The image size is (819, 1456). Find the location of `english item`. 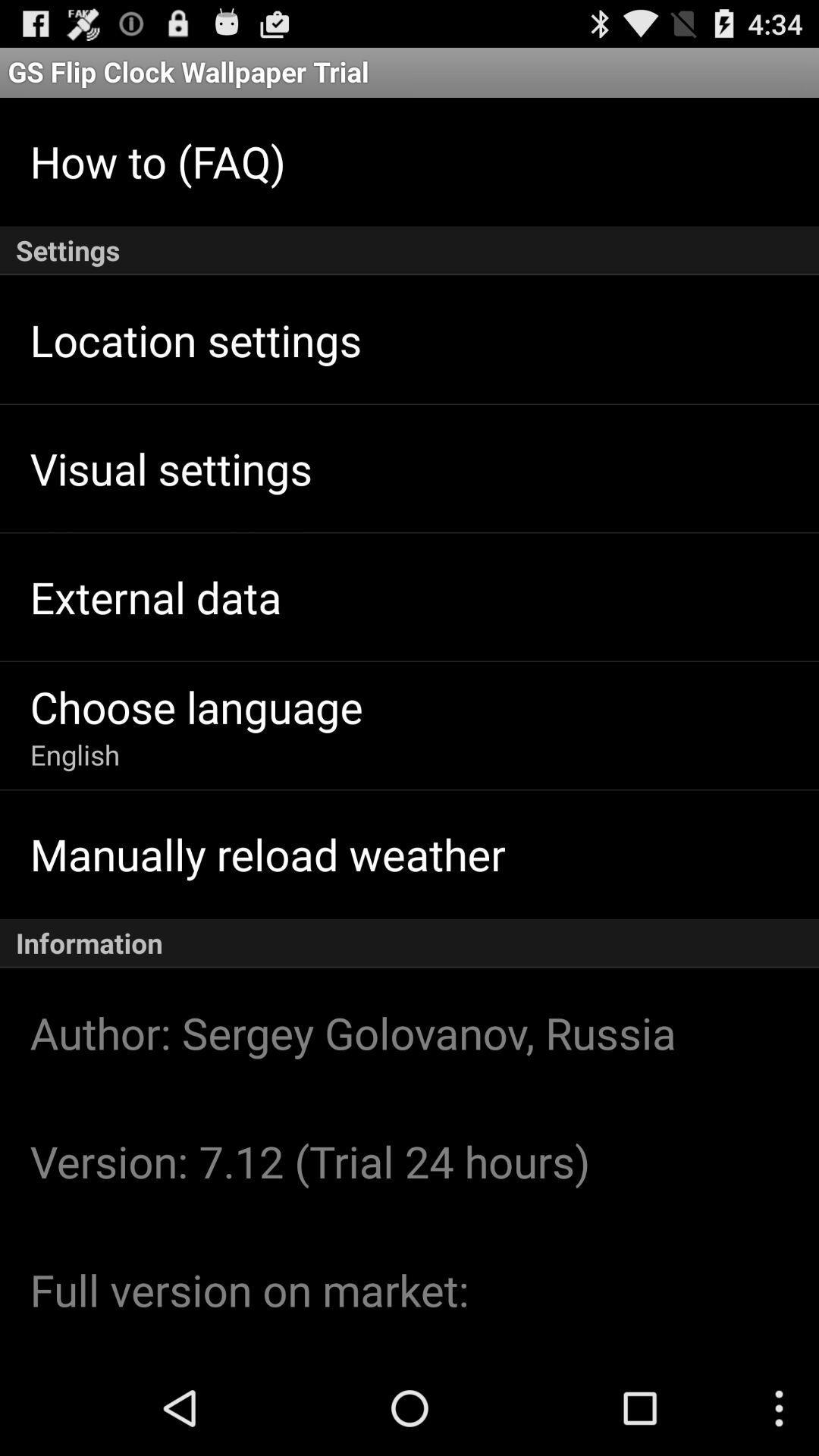

english item is located at coordinates (75, 755).